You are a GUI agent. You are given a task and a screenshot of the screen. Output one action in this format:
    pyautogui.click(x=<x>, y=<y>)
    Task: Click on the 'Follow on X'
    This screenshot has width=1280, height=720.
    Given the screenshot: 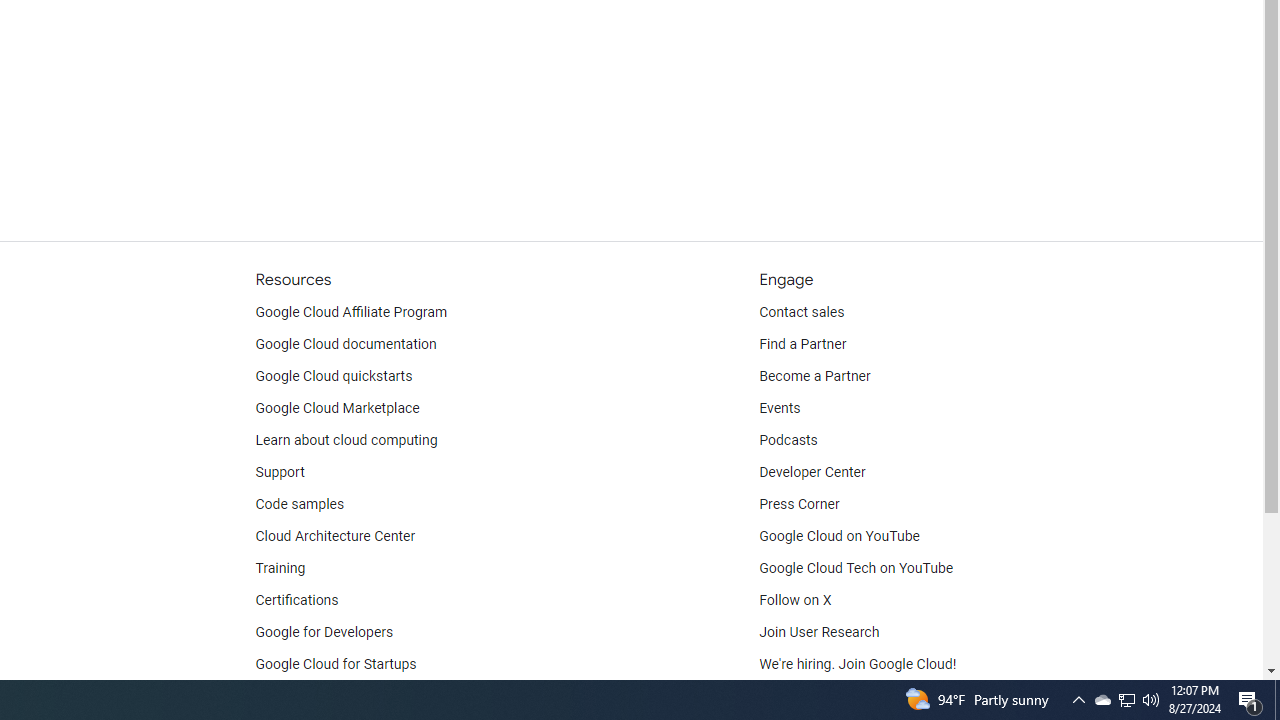 What is the action you would take?
    pyautogui.click(x=794, y=599)
    